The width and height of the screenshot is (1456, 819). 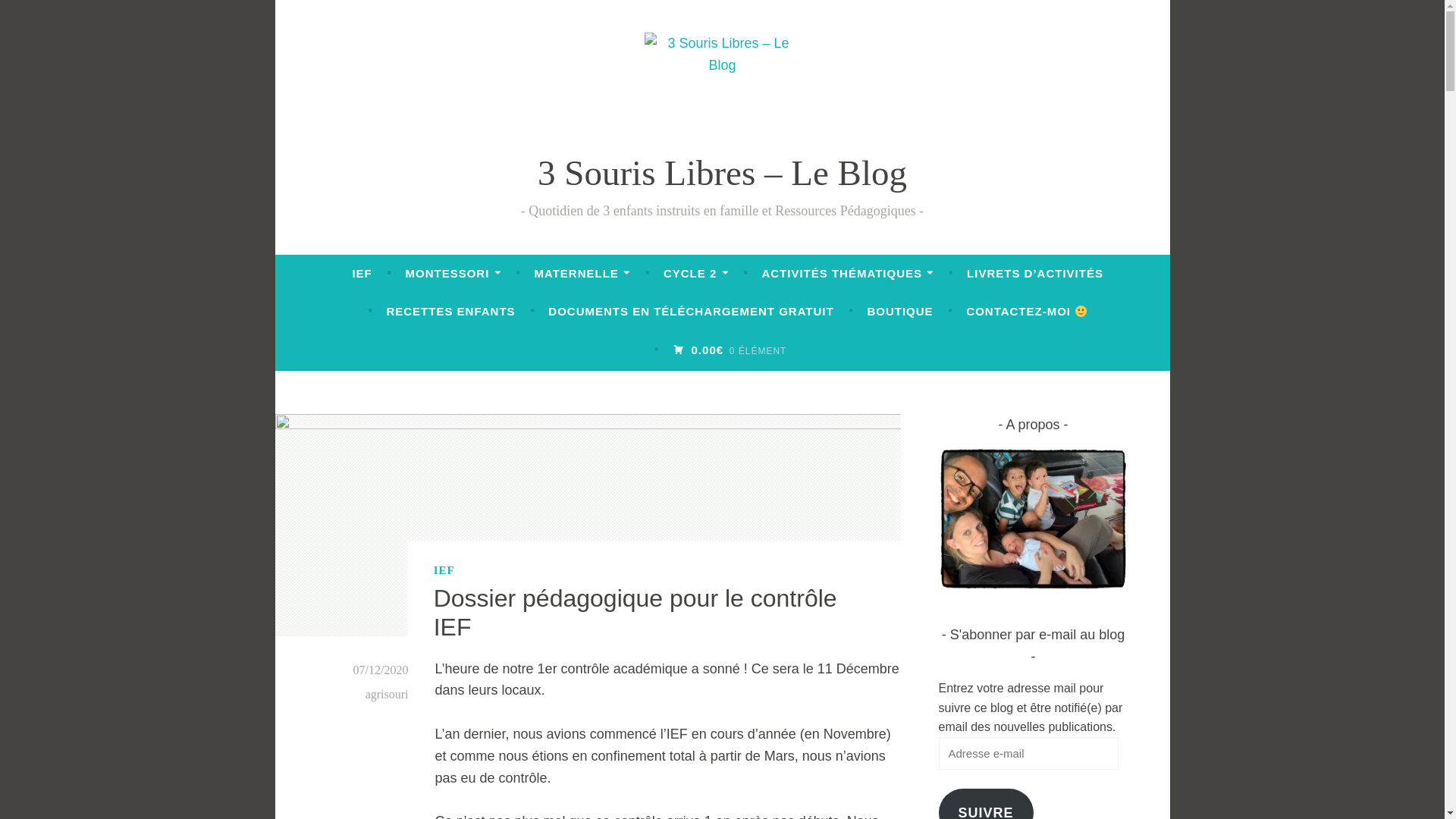 What do you see at coordinates (360, 274) in the screenshot?
I see `'IEF'` at bounding box center [360, 274].